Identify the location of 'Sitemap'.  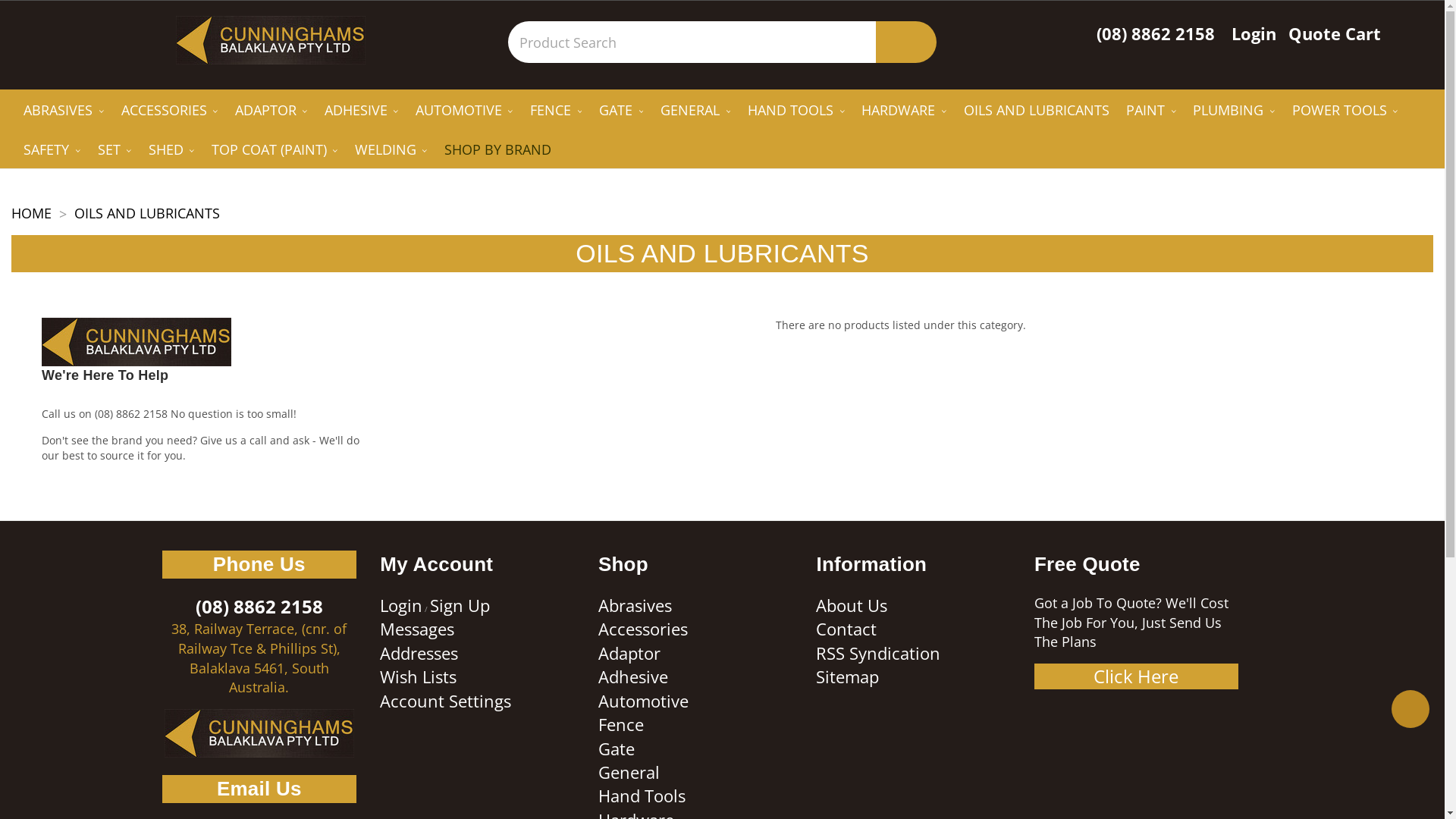
(814, 675).